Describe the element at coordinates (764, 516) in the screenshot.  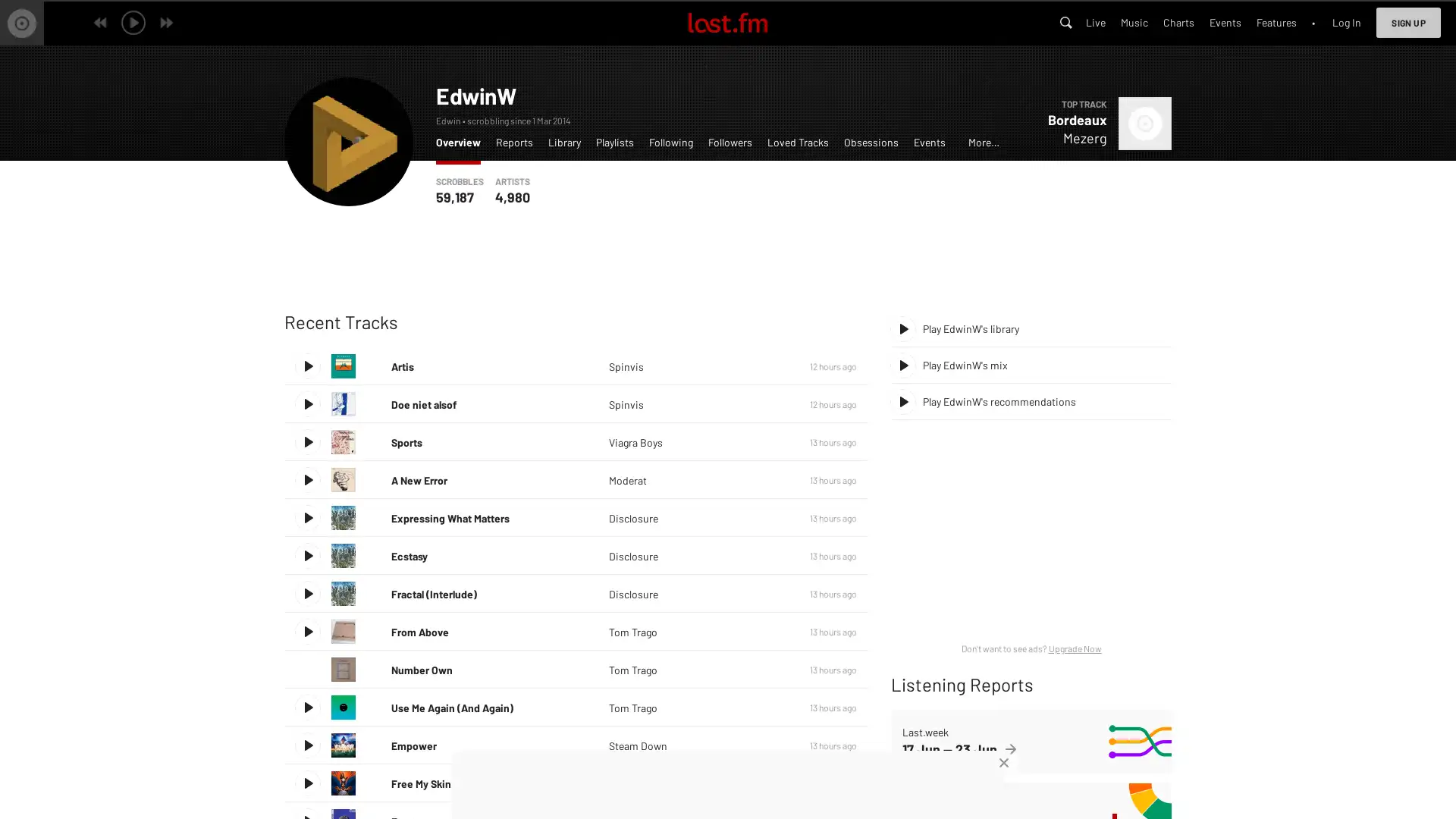
I see `More` at that location.